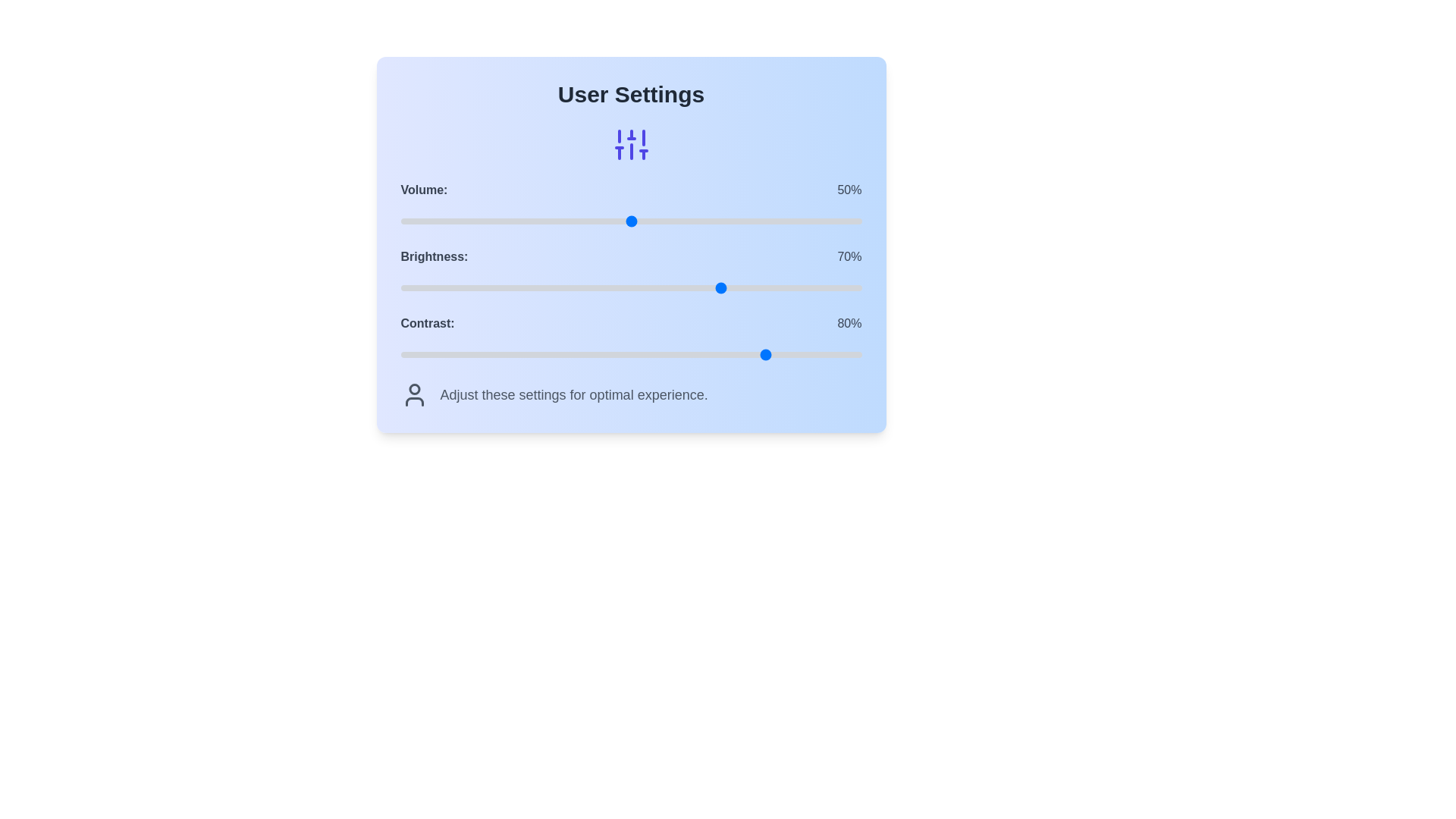 The width and height of the screenshot is (1456, 819). Describe the element at coordinates (400, 288) in the screenshot. I see `the brightness level` at that location.